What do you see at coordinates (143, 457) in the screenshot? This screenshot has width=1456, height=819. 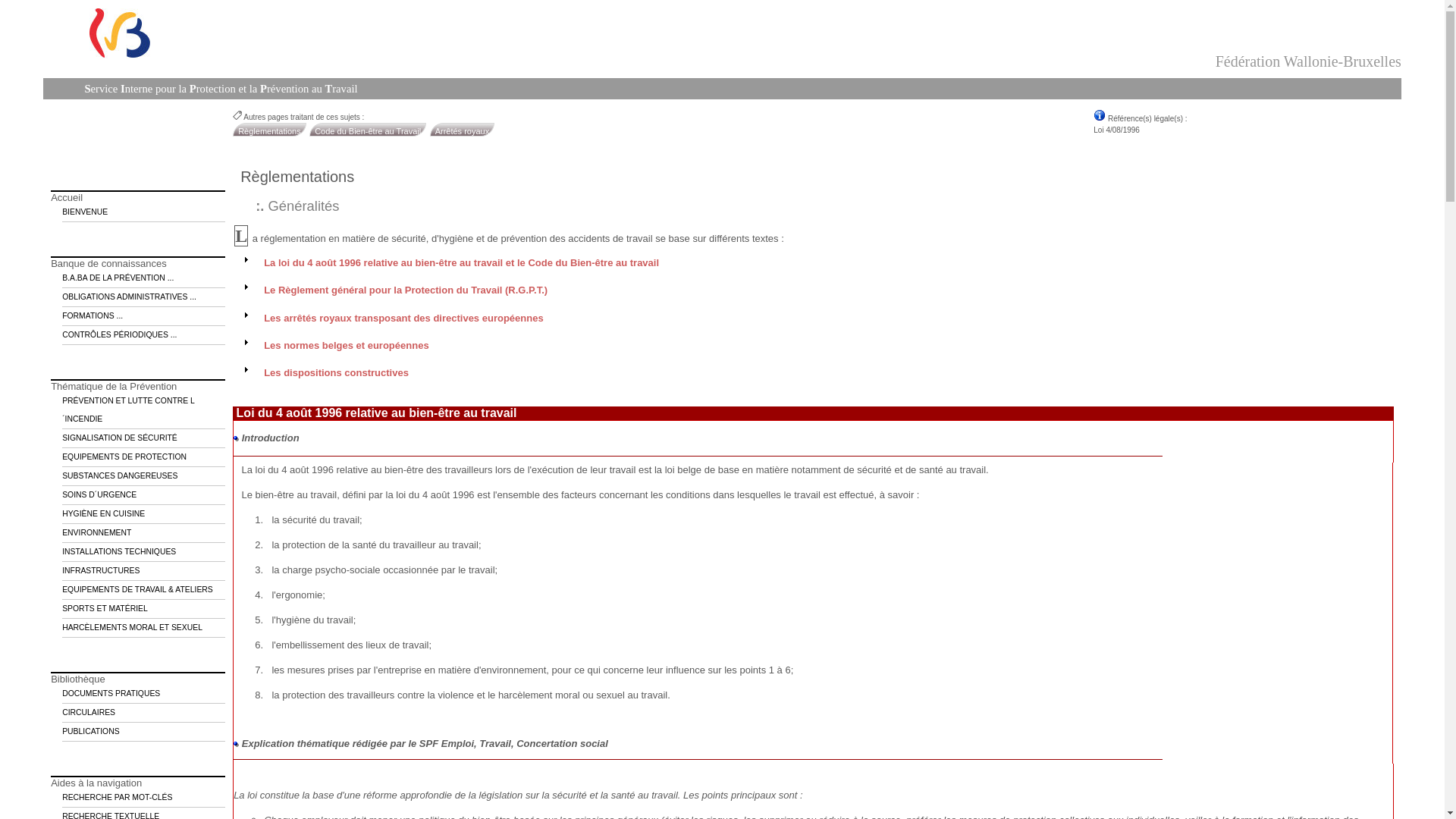 I see `'EQUIPEMENTS DE PROTECTION'` at bounding box center [143, 457].